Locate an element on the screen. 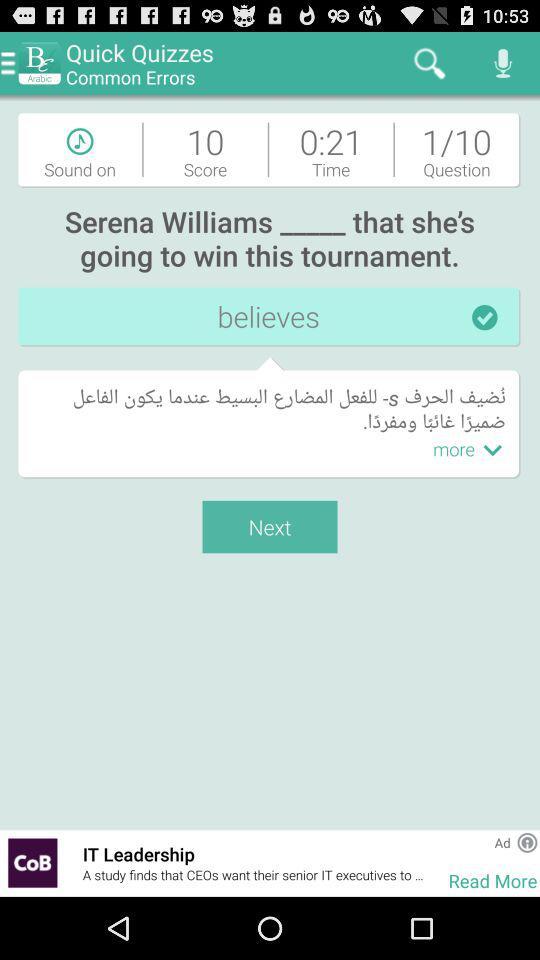 This screenshot has height=960, width=540. the believes button is located at coordinates (270, 317).